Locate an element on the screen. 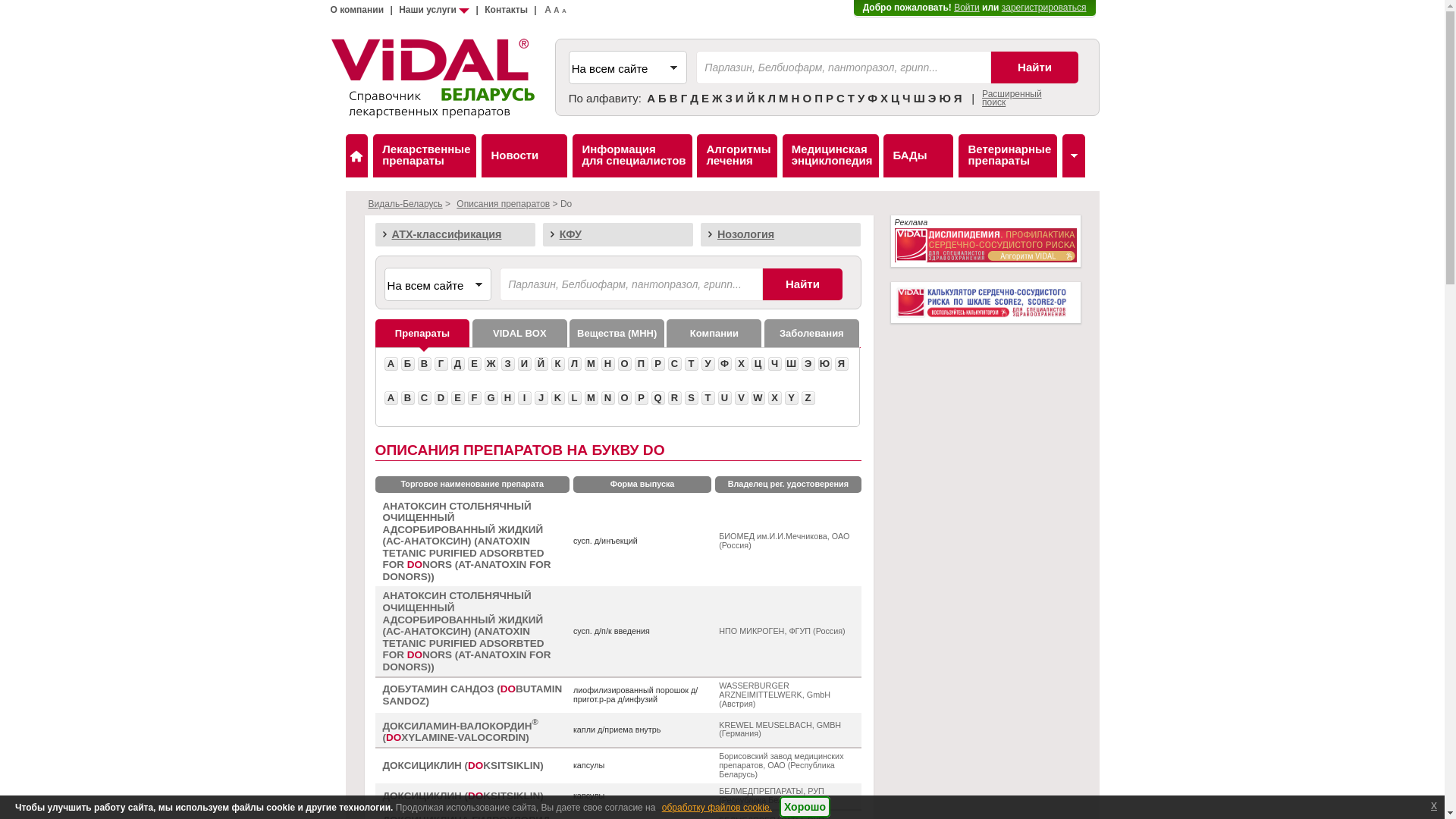 The image size is (1456, 819). 'K' is located at coordinates (556, 397).